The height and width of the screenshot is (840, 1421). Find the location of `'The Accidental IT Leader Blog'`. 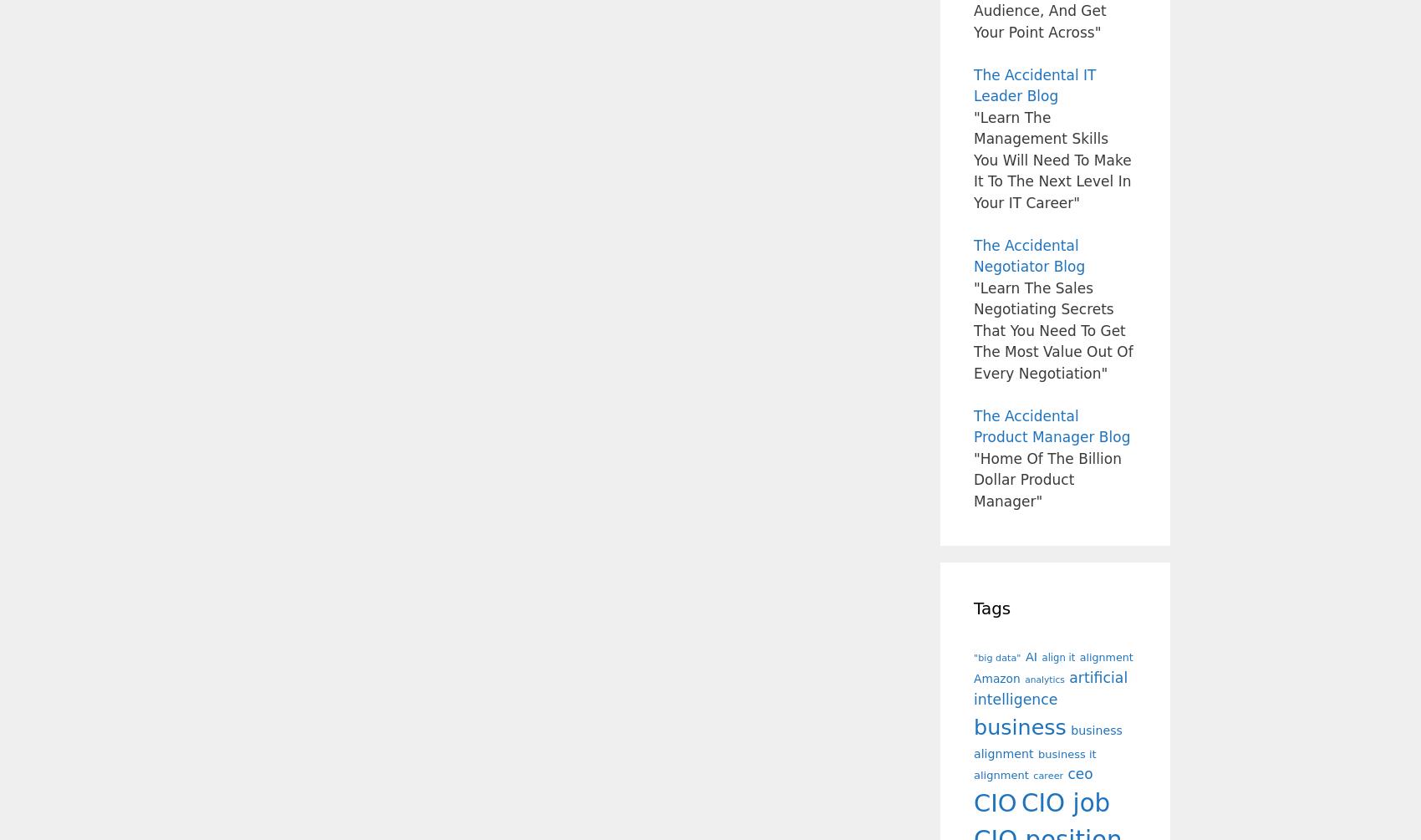

'The Accidental IT Leader Blog' is located at coordinates (1033, 85).